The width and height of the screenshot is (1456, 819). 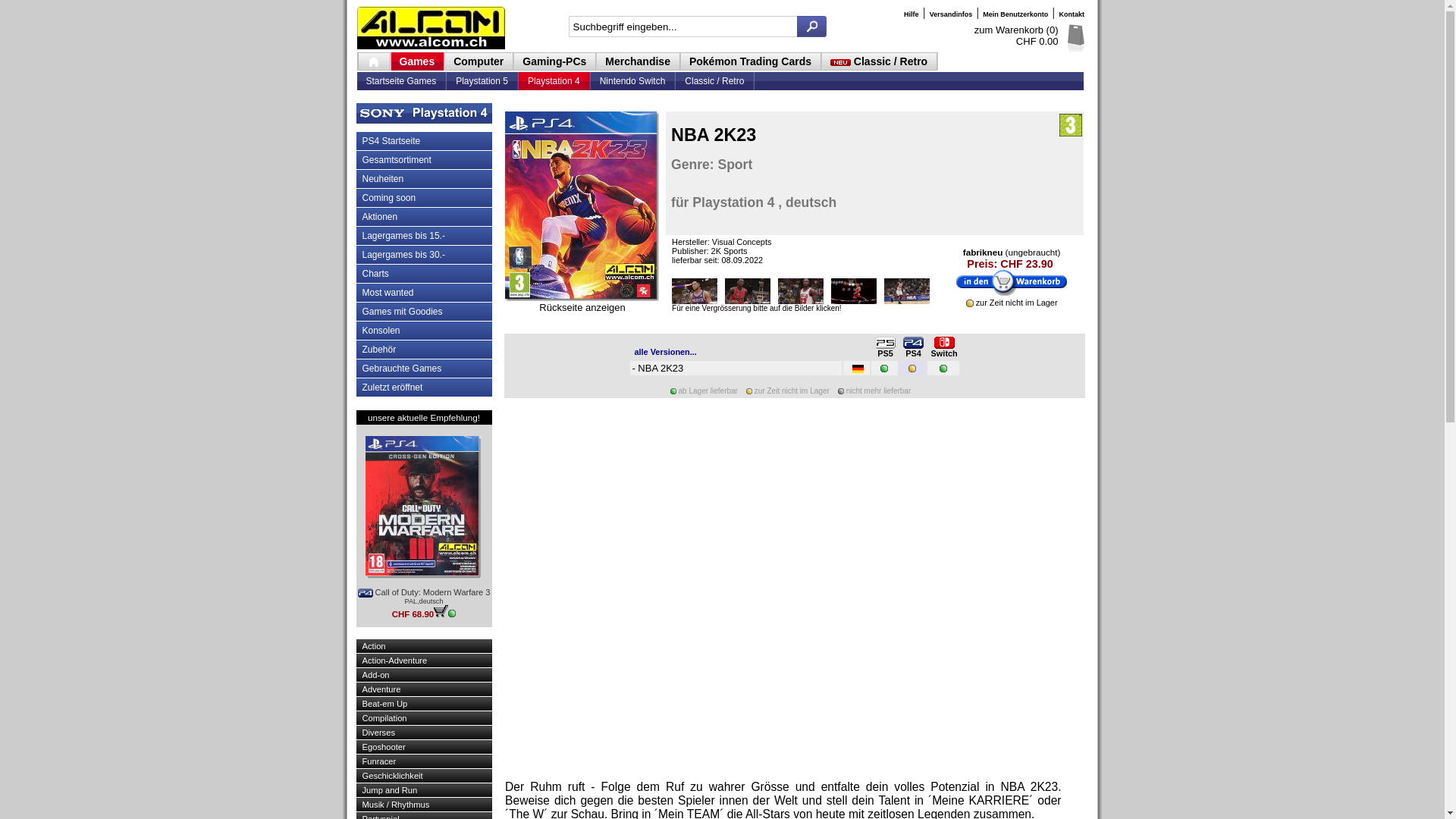 I want to click on 'Add-on', so click(x=424, y=674).